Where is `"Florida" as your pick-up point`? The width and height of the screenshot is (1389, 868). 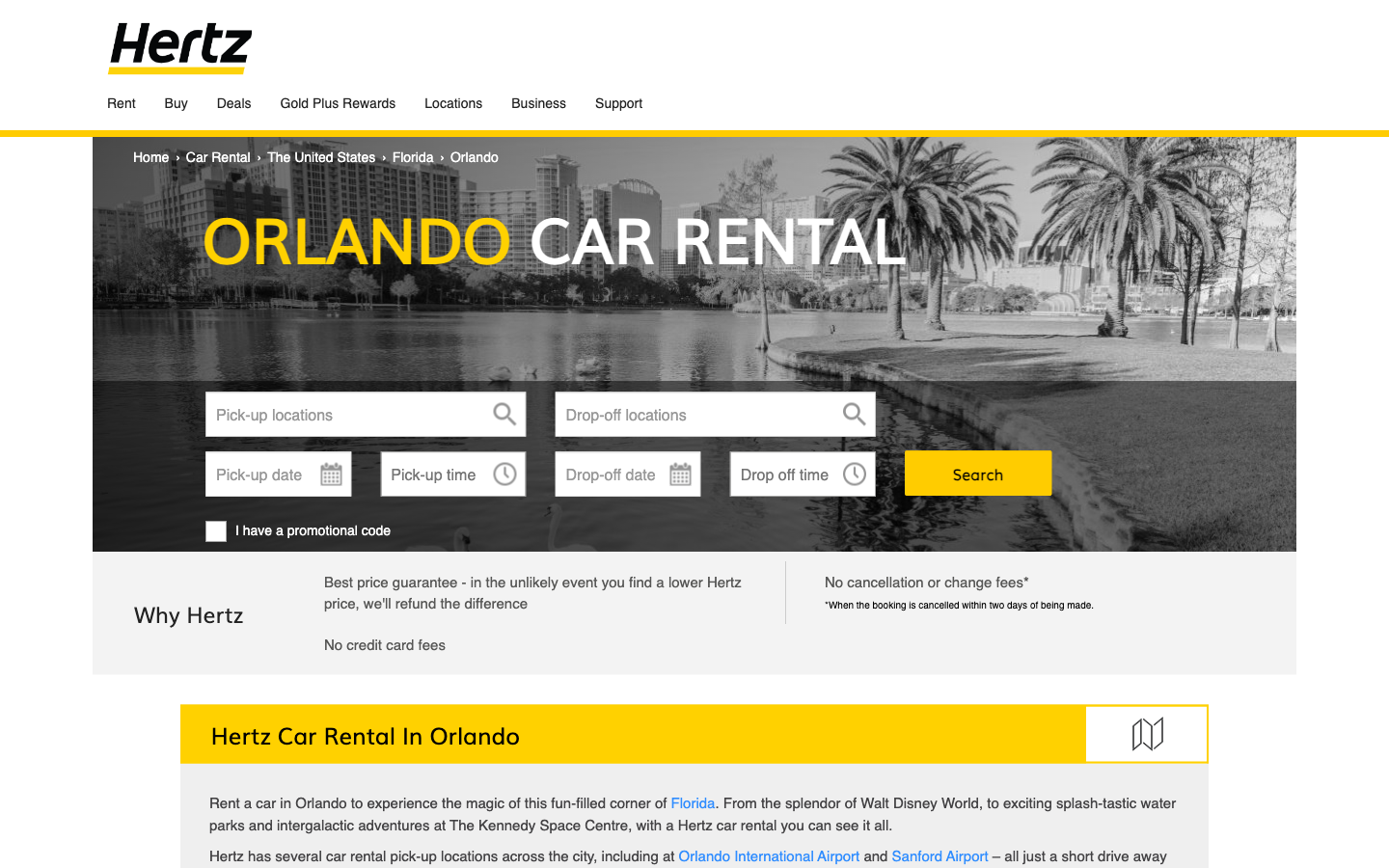 "Florida" as your pick-up point is located at coordinates (365, 414).